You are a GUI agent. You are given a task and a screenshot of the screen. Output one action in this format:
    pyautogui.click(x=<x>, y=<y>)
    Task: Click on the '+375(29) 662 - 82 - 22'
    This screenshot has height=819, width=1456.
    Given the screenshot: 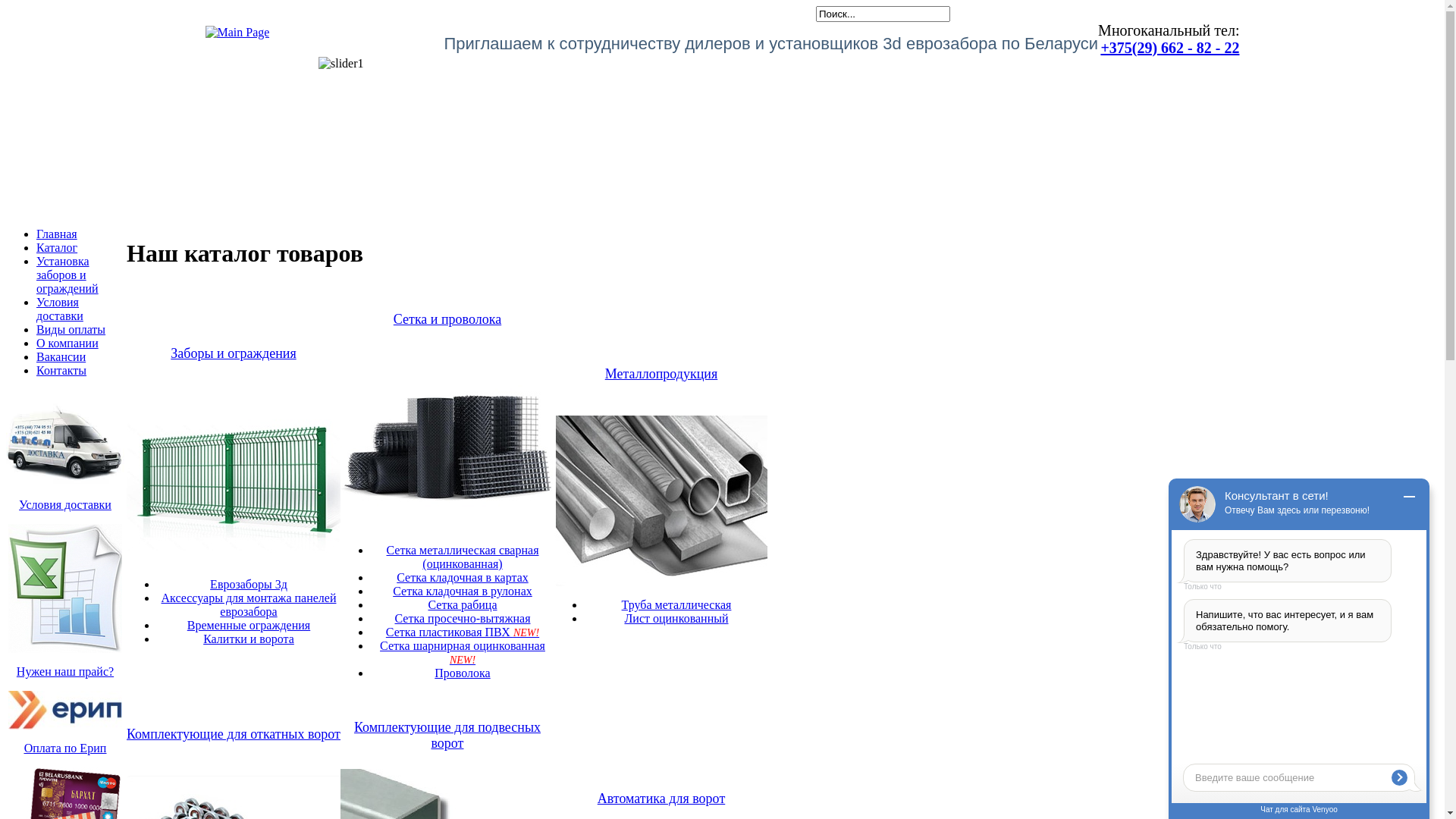 What is the action you would take?
    pyautogui.click(x=1169, y=46)
    